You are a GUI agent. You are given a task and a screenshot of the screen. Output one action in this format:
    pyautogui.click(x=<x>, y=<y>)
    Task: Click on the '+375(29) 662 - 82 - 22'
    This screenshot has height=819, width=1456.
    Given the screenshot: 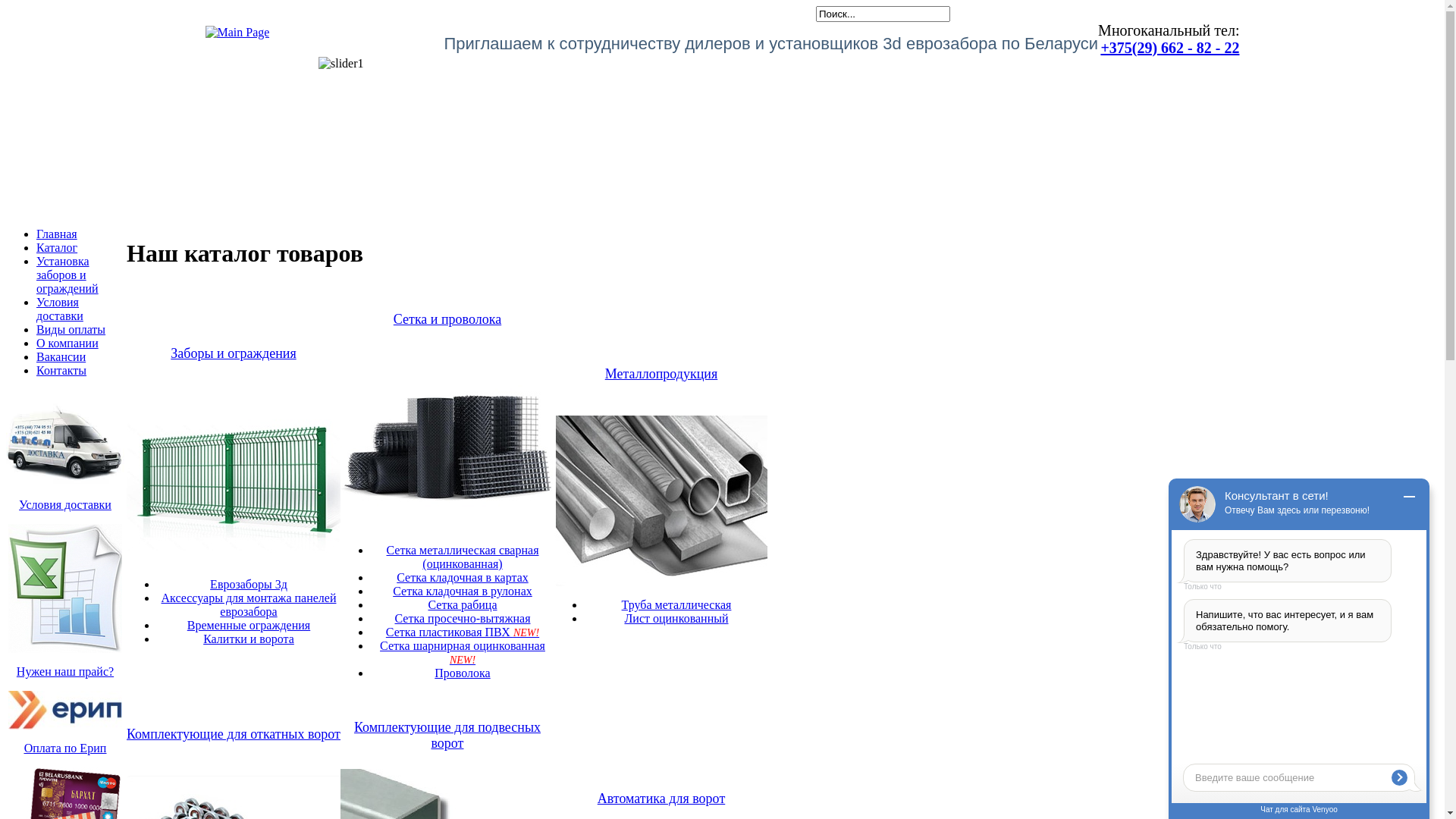 What is the action you would take?
    pyautogui.click(x=1169, y=46)
    